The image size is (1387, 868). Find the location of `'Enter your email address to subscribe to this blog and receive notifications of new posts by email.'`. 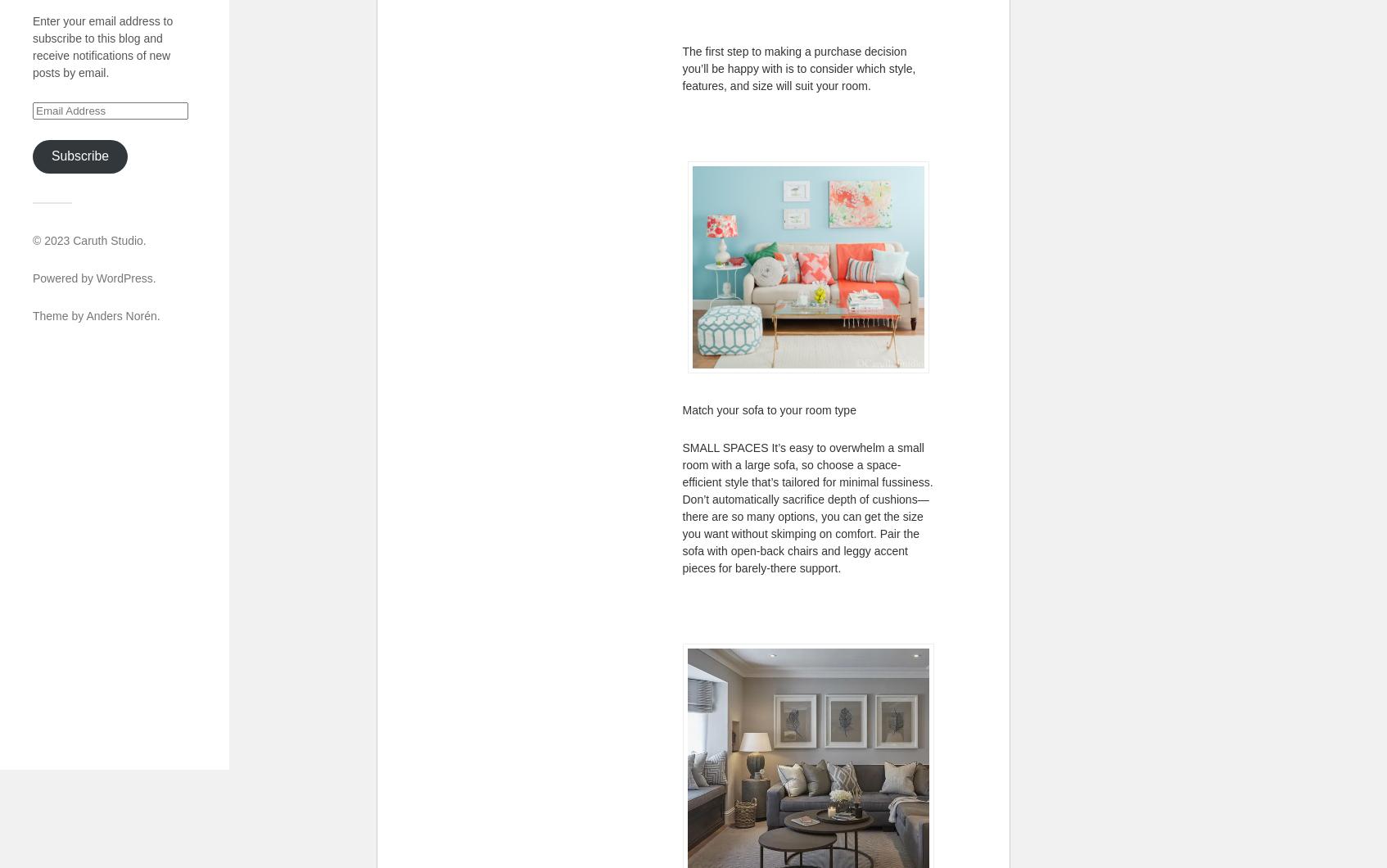

'Enter your email address to subscribe to this blog and receive notifications of new posts by email.' is located at coordinates (102, 46).